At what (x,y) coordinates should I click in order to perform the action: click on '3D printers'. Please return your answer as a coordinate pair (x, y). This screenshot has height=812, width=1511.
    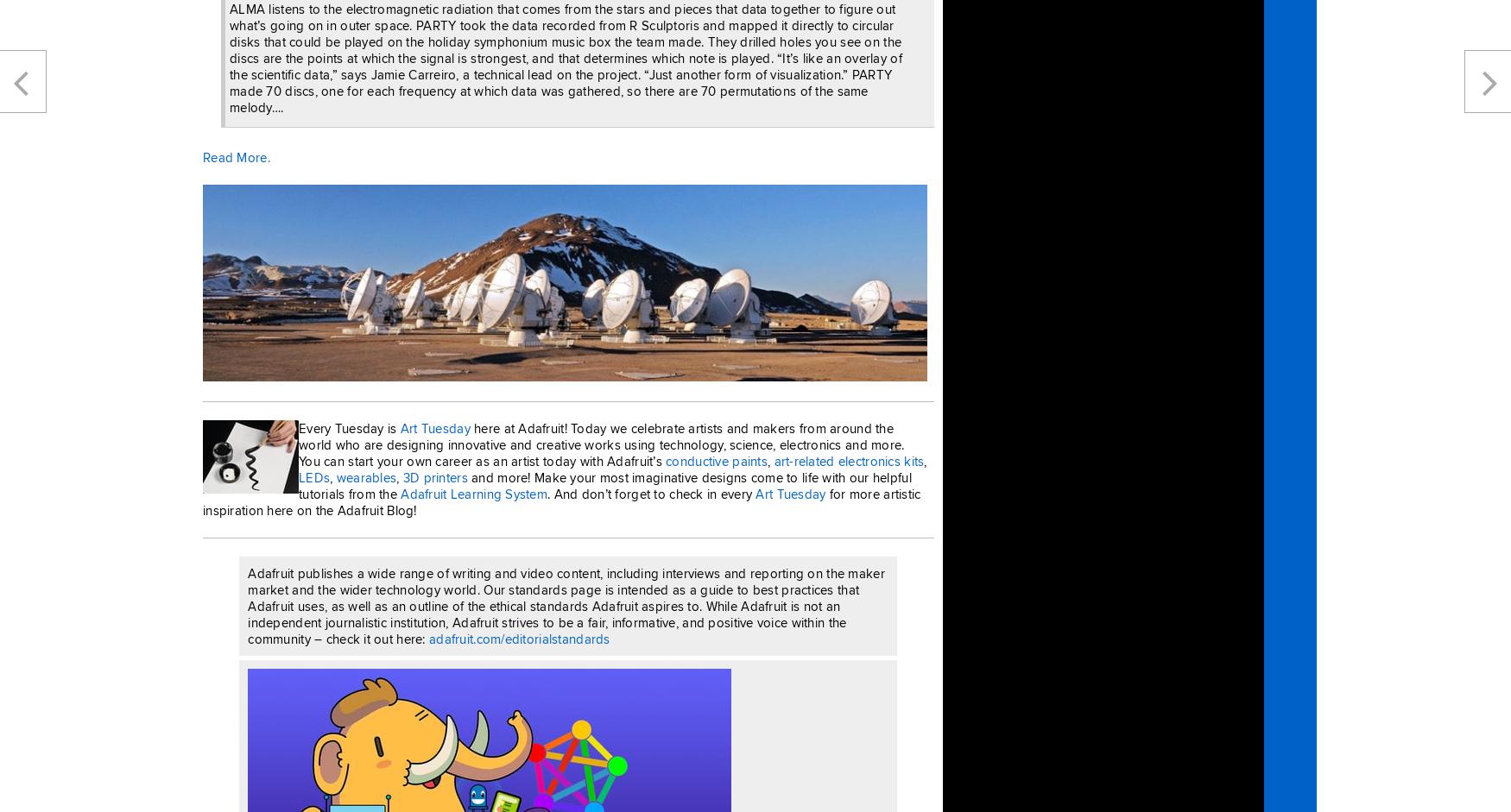
    Looking at the image, I should click on (433, 476).